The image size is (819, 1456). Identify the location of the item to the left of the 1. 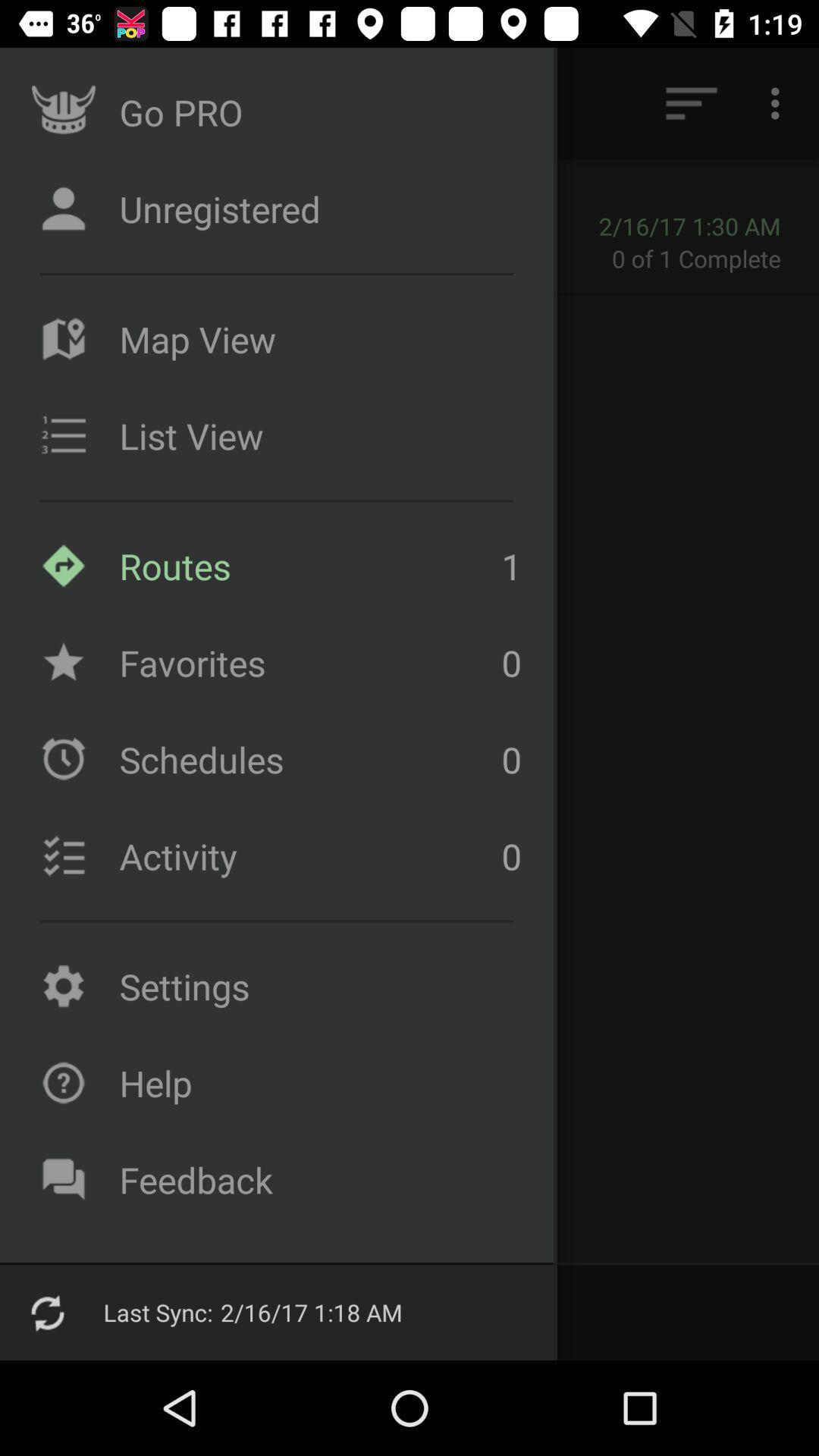
(306, 663).